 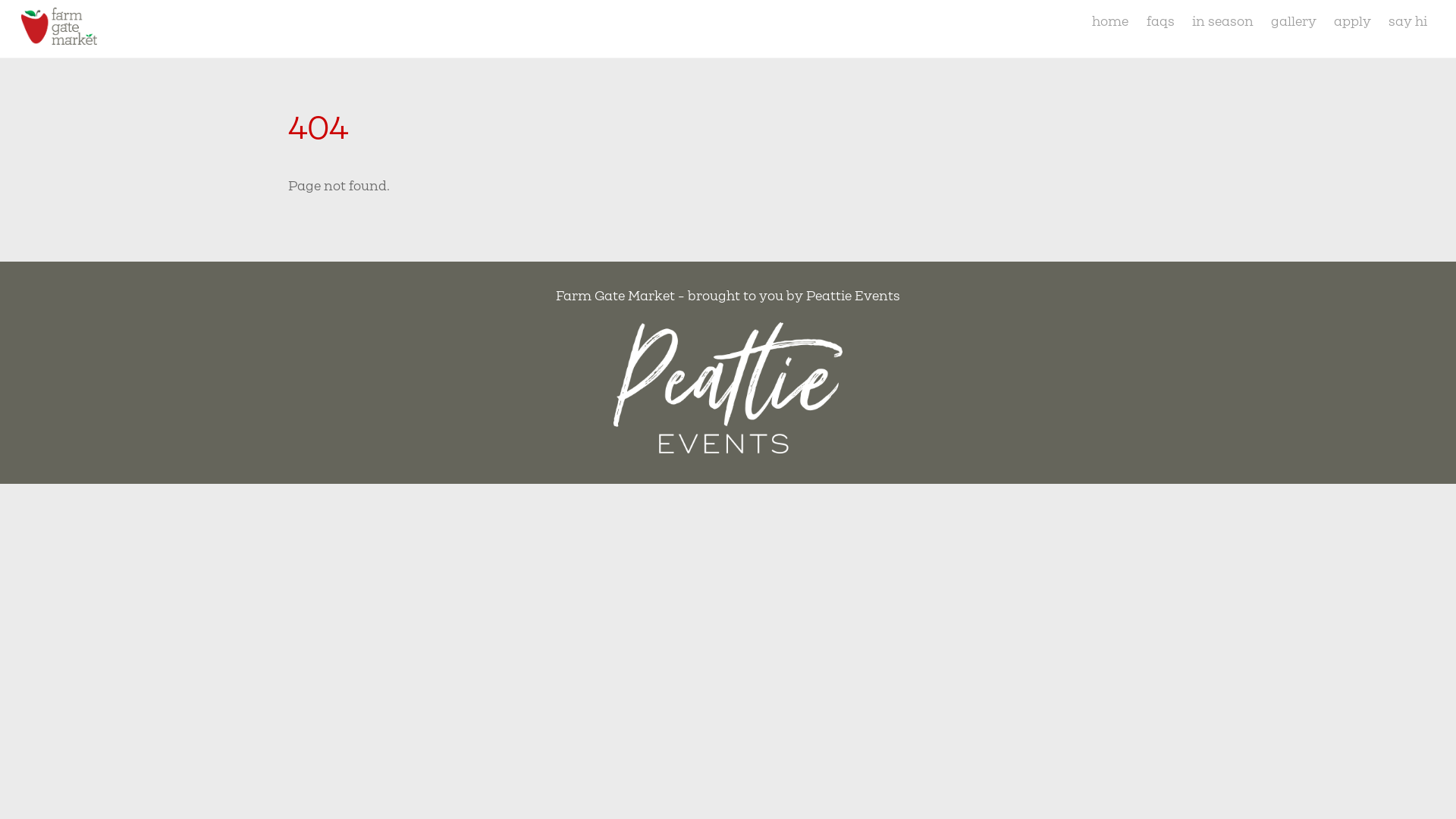 What do you see at coordinates (58, 26) in the screenshot?
I see `'tas-farmgate-market-logo'` at bounding box center [58, 26].